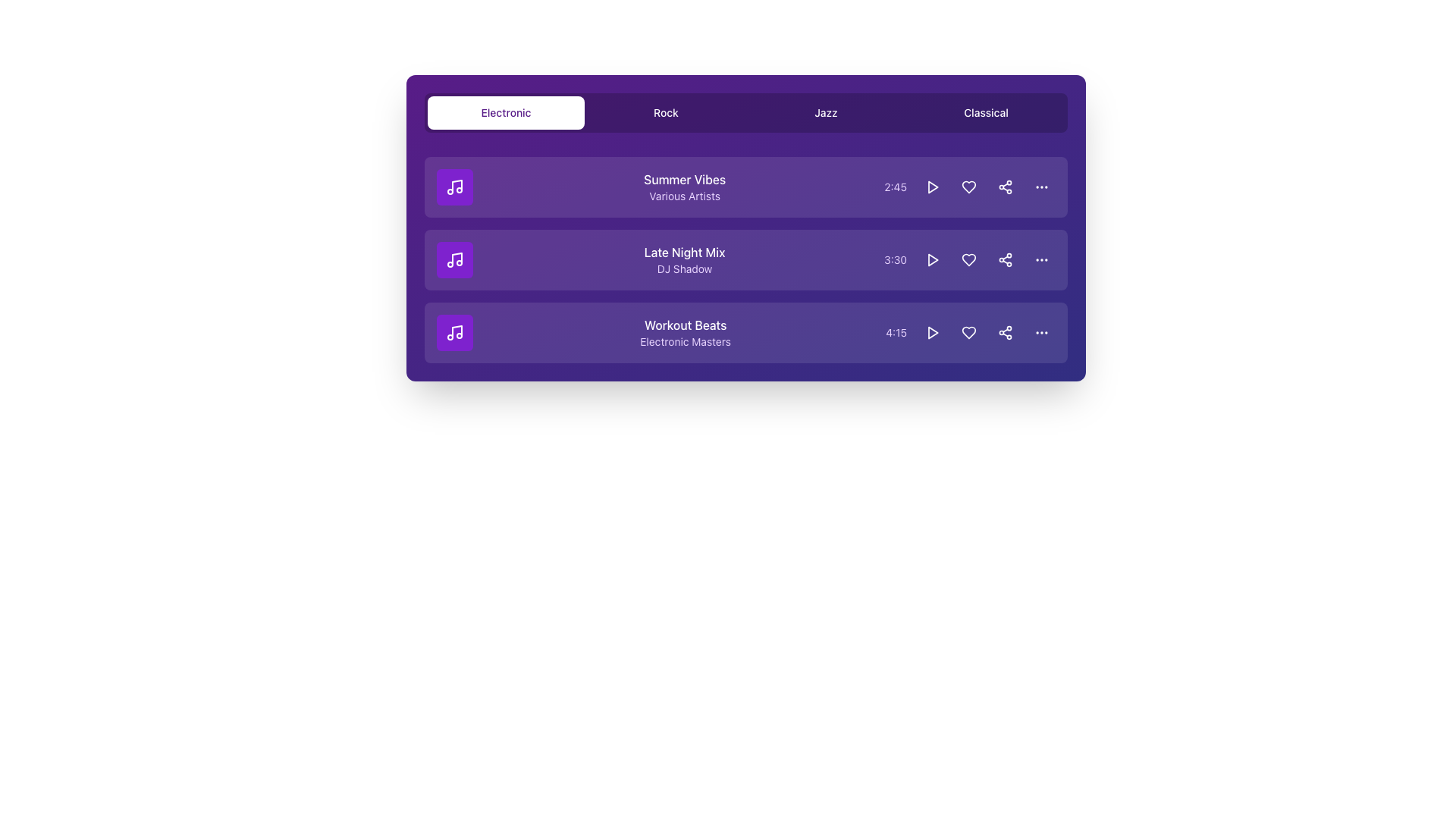 This screenshot has width=1456, height=819. Describe the element at coordinates (454, 259) in the screenshot. I see `the music note icon displayed within a purple square button, which is the second item in a vertical list containing three elements, aligned to the left of the text 'Late Night Mix' and 'DJ Shadow'` at that location.